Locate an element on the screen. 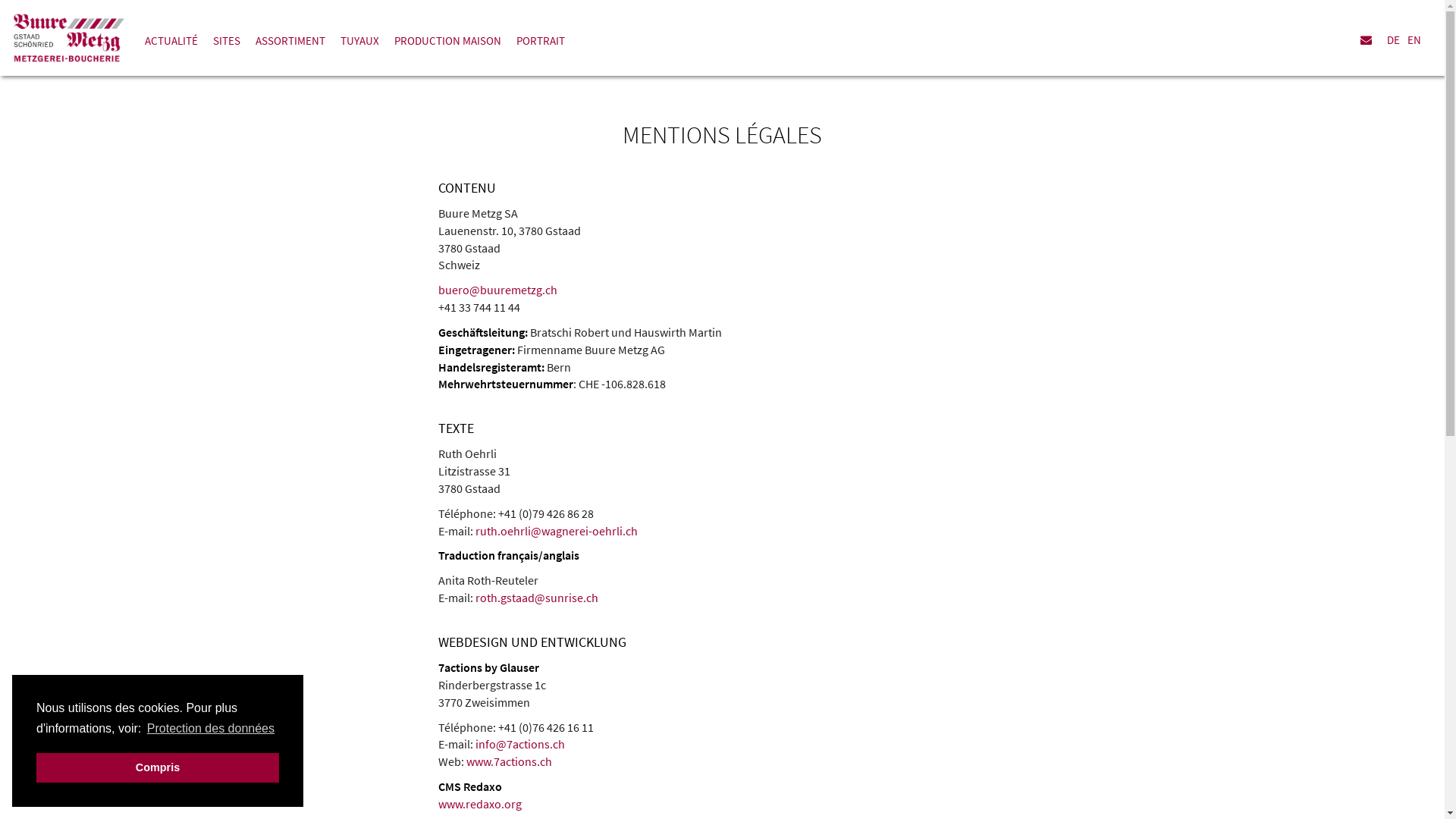  'ruth.oehrli@wagnerei-oehrli.ch' is located at coordinates (555, 529).